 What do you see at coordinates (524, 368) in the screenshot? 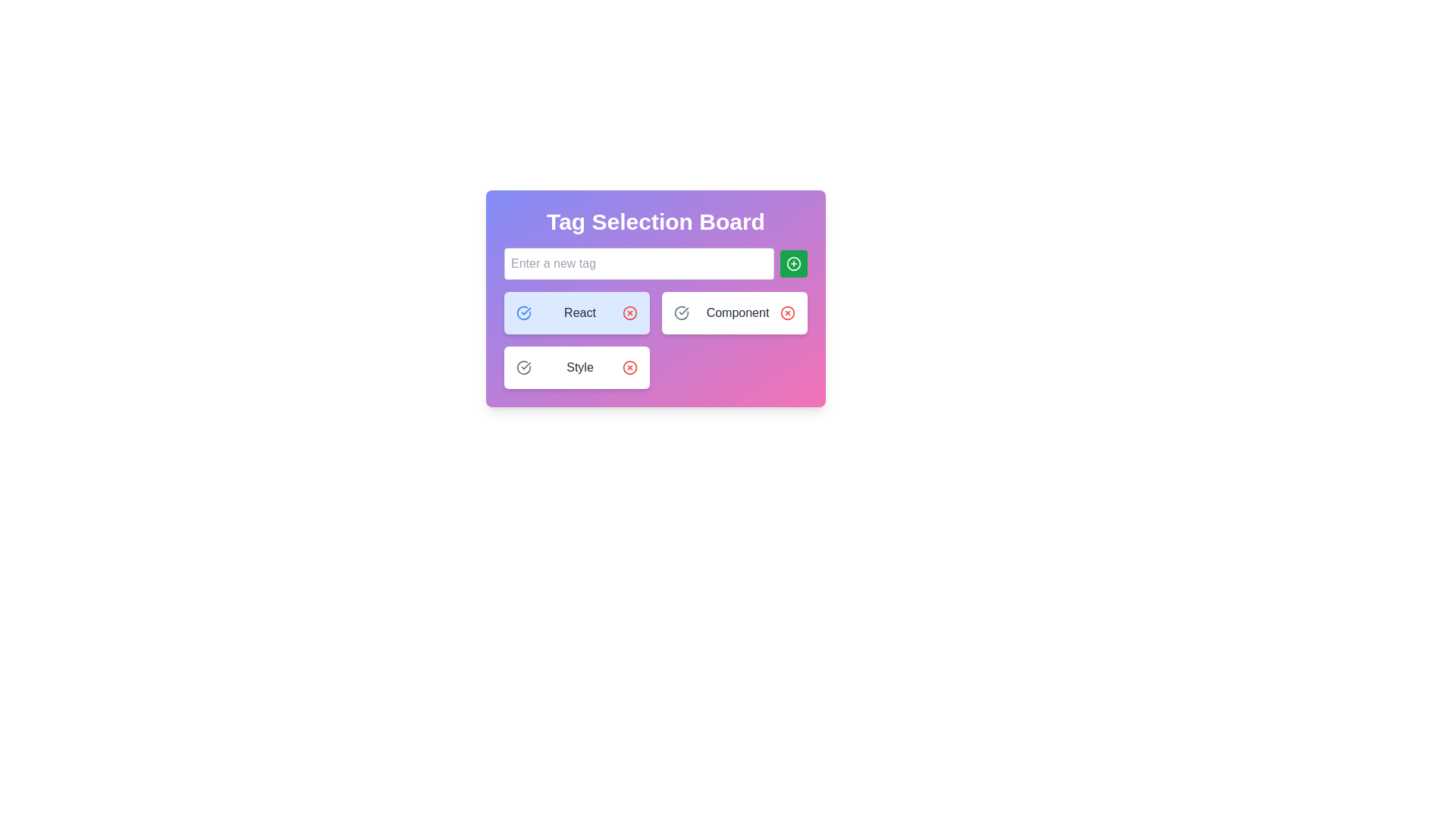
I see `the first icon segment within the Tag Selection Board, located to the left of the 'Style' text` at bounding box center [524, 368].